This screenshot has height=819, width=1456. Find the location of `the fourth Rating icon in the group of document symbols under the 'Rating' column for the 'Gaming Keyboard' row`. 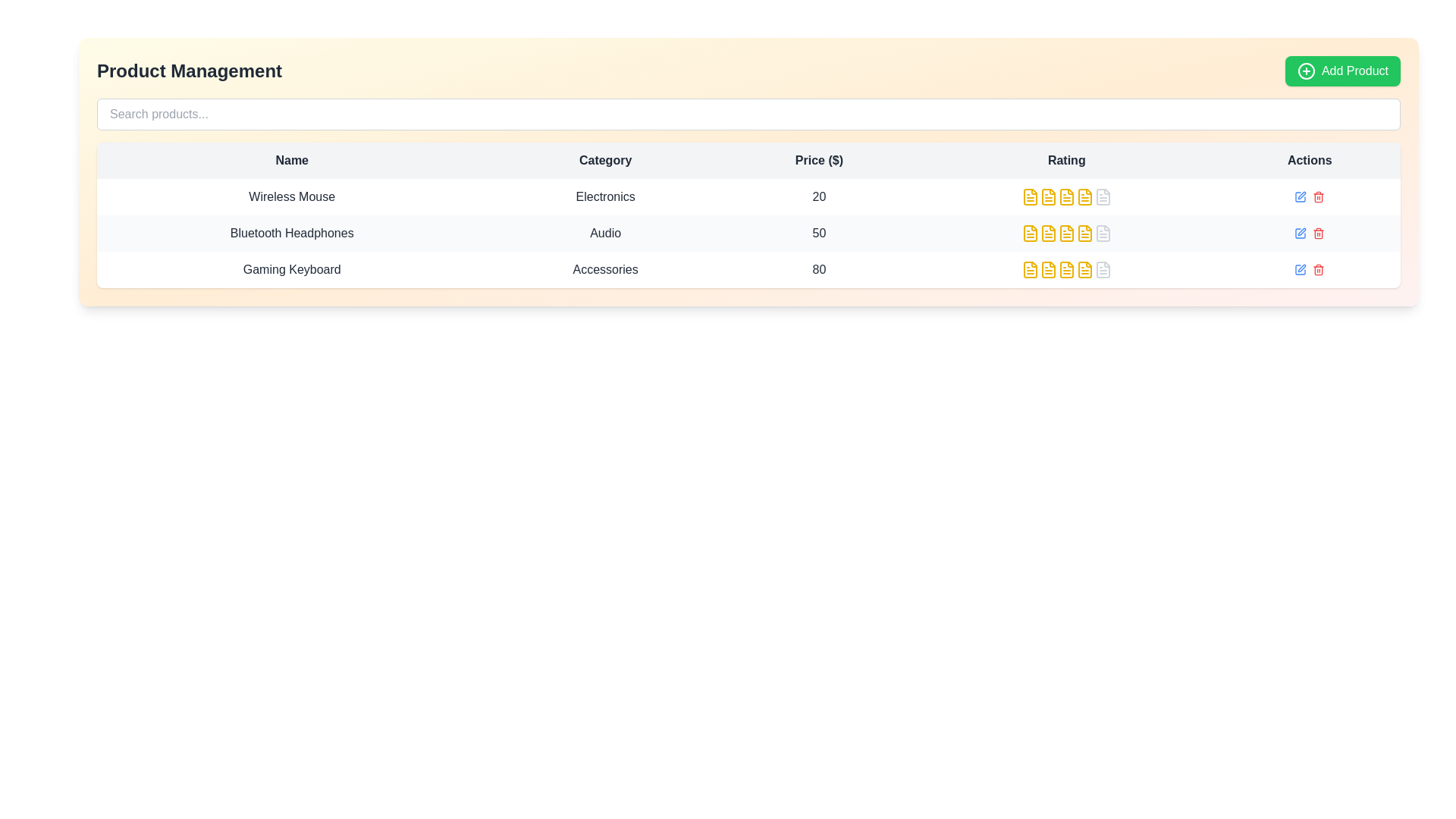

the fourth Rating icon in the group of document symbols under the 'Rating' column for the 'Gaming Keyboard' row is located at coordinates (1065, 268).